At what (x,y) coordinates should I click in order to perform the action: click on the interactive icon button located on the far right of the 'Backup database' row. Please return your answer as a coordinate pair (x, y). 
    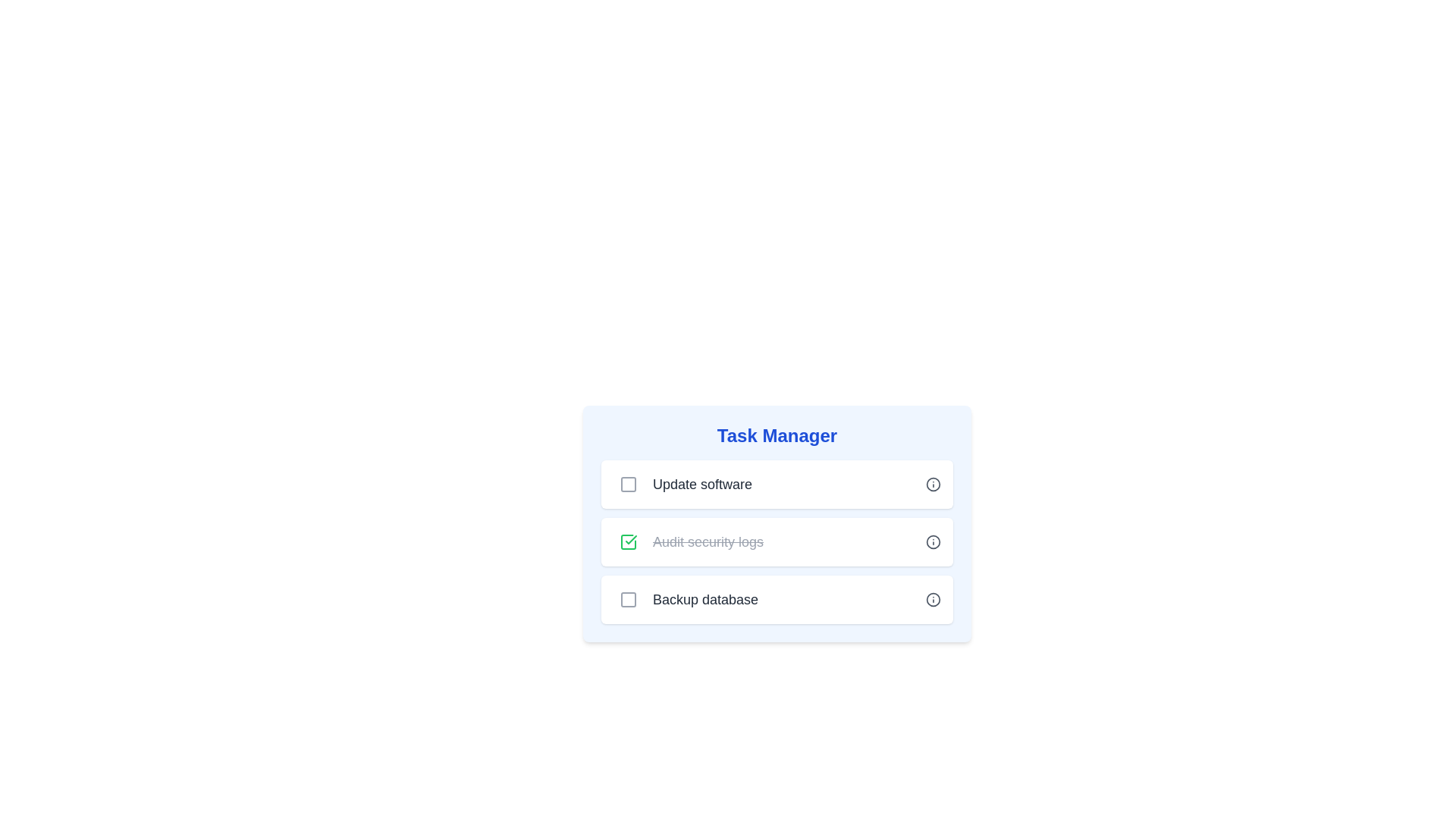
    Looking at the image, I should click on (932, 598).